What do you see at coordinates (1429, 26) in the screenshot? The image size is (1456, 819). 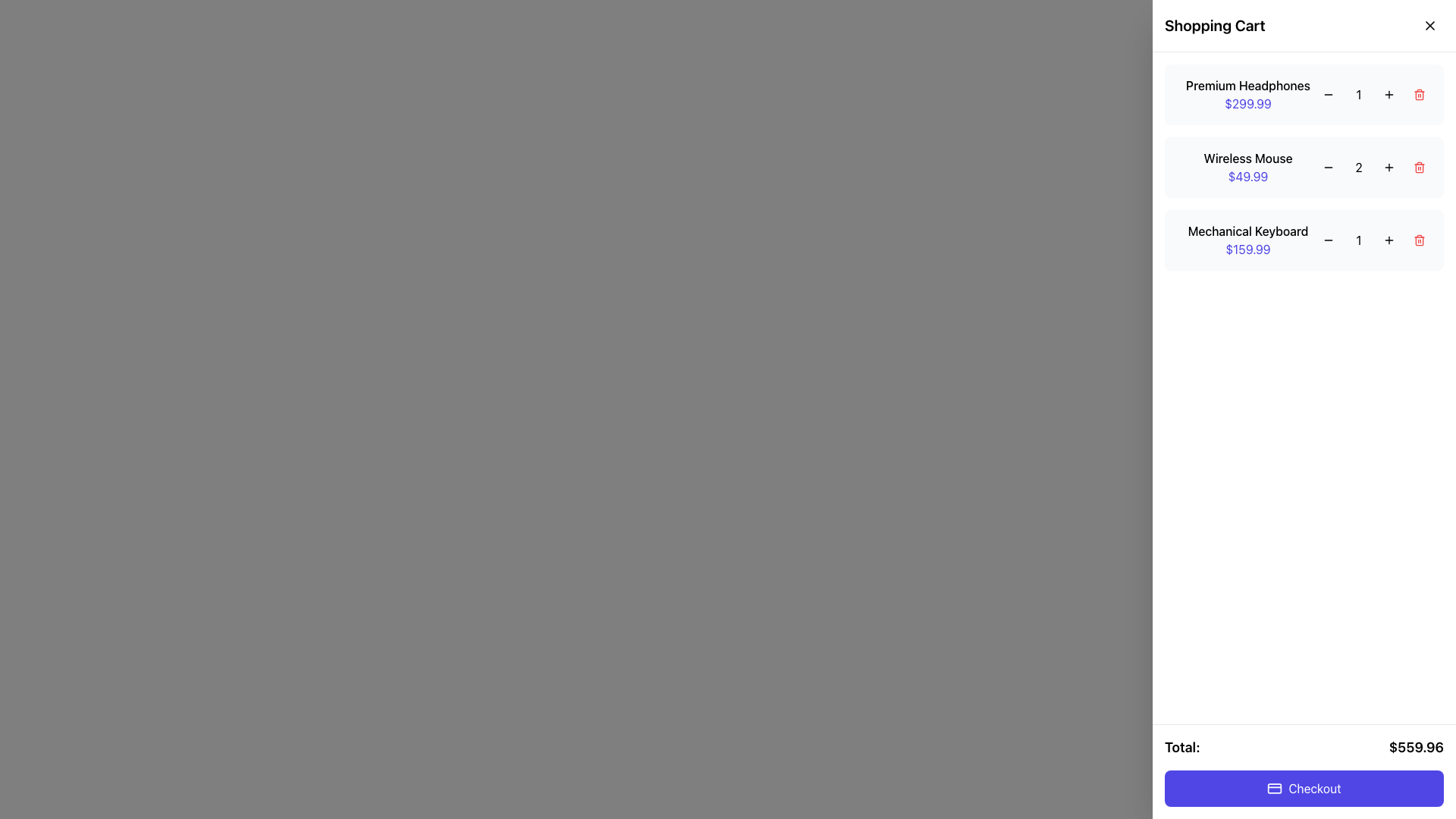 I see `the close button with an icon located at the top-right of the 'Shopping Cart' interface` at bounding box center [1429, 26].